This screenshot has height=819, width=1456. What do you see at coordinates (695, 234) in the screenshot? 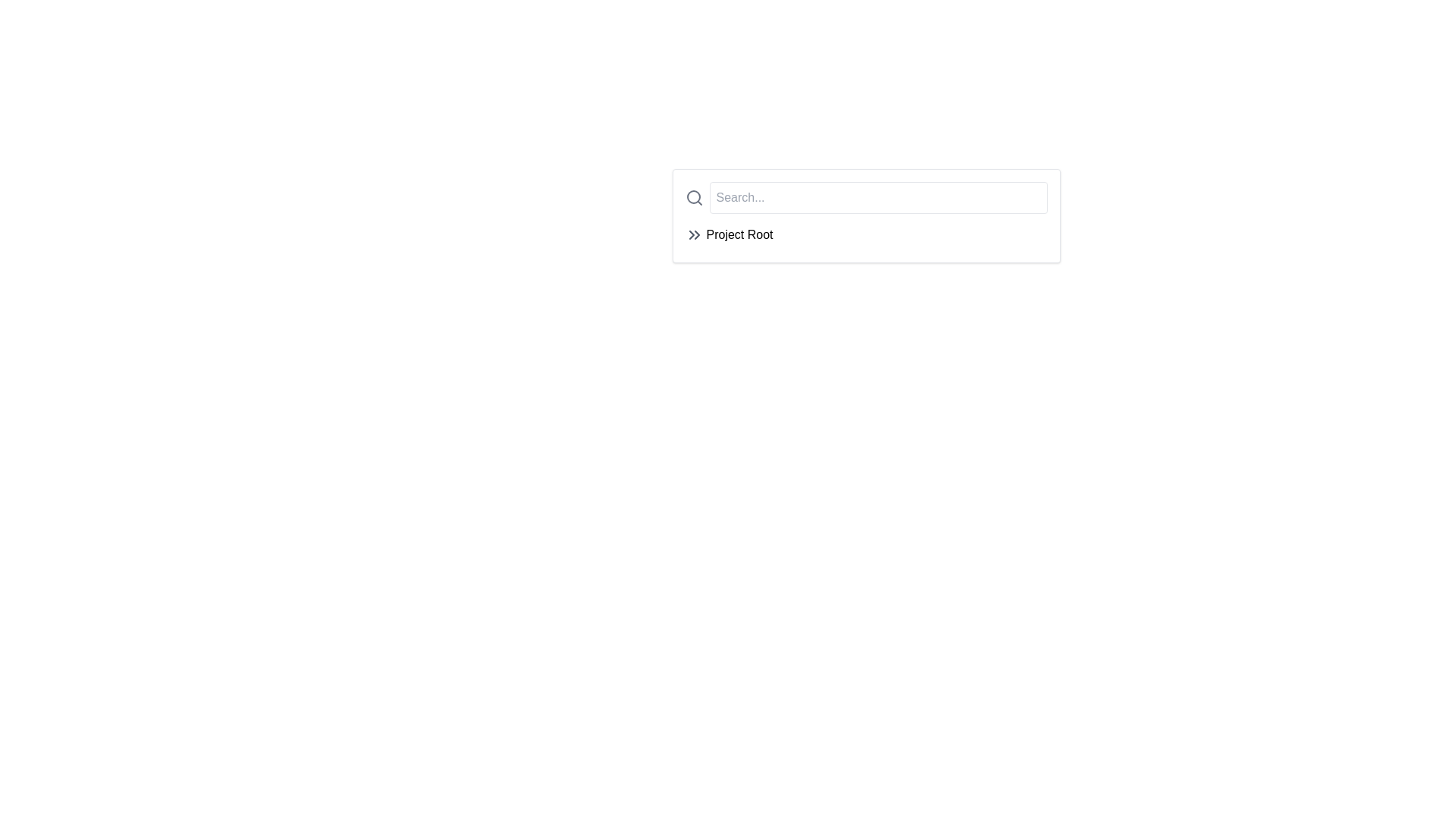
I see `the visual representation of the rightward-facing chevron arrow, which is the second arrow in a pair within the double-chevron navigation icon located to the left of the 'Project Root' folder icon` at bounding box center [695, 234].